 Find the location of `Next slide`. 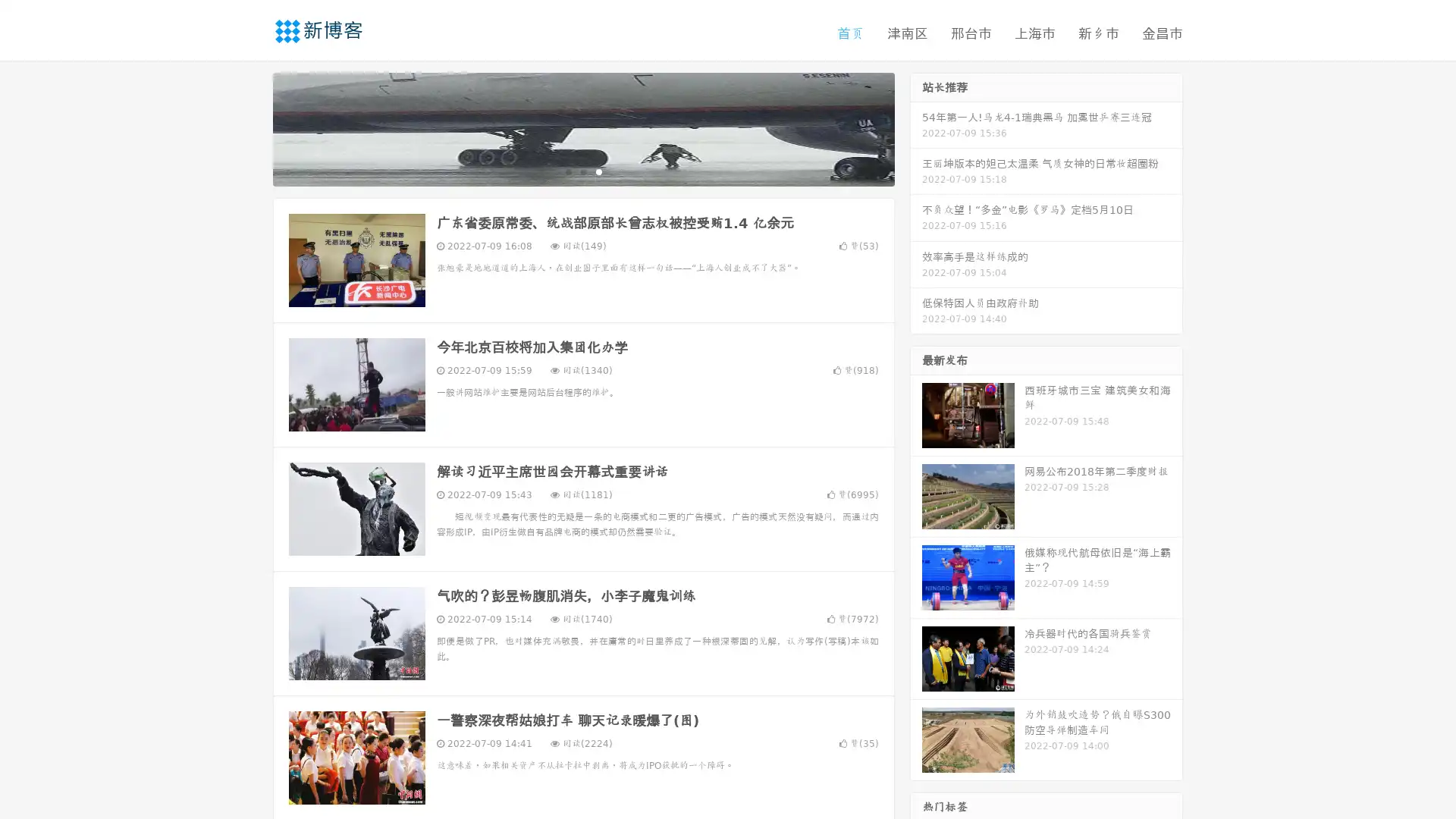

Next slide is located at coordinates (916, 127).